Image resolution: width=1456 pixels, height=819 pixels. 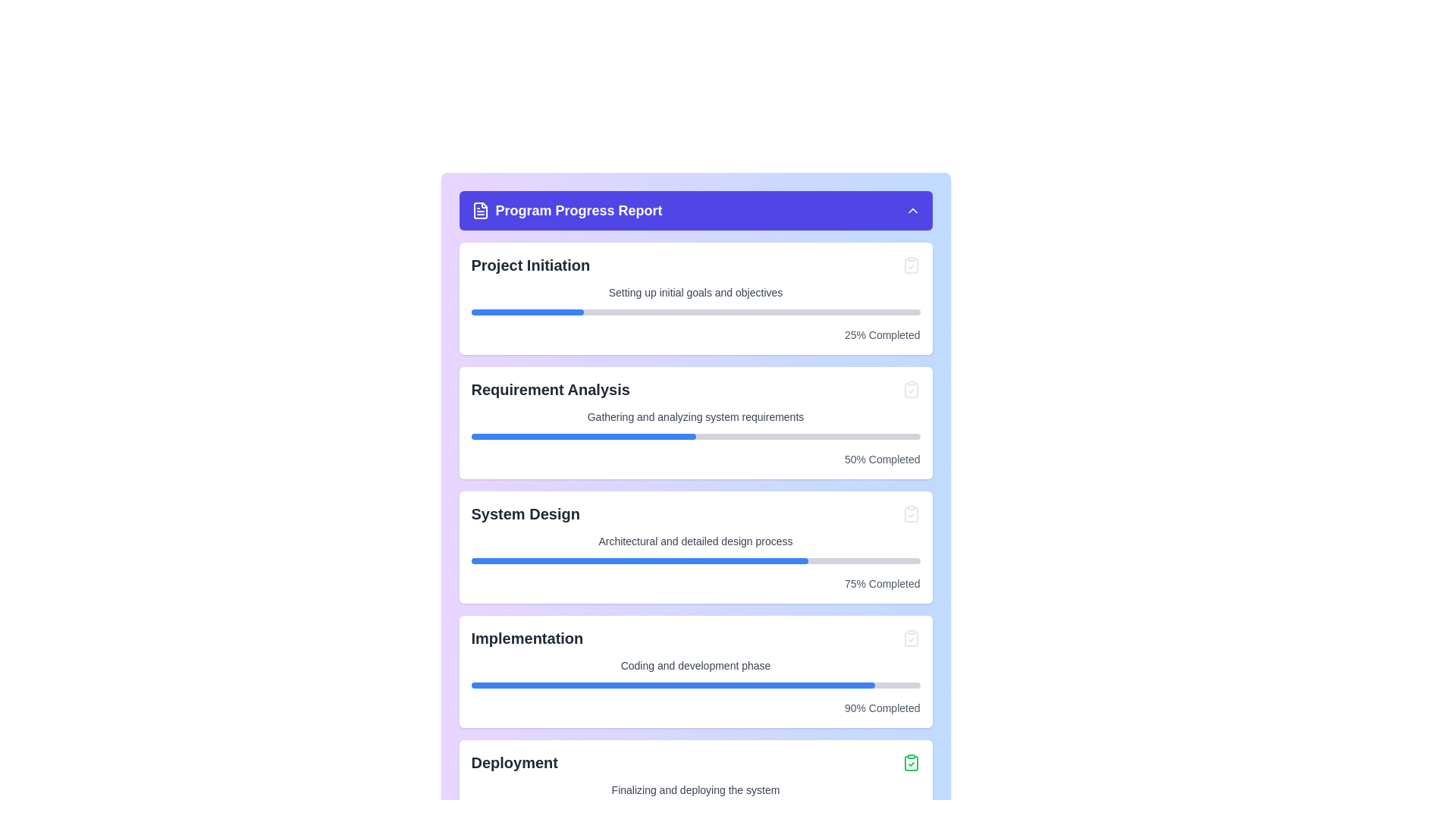 I want to click on the horizontal progress bar, which is styled with a gray background and rounded edges, to interact with it, so click(x=695, y=436).